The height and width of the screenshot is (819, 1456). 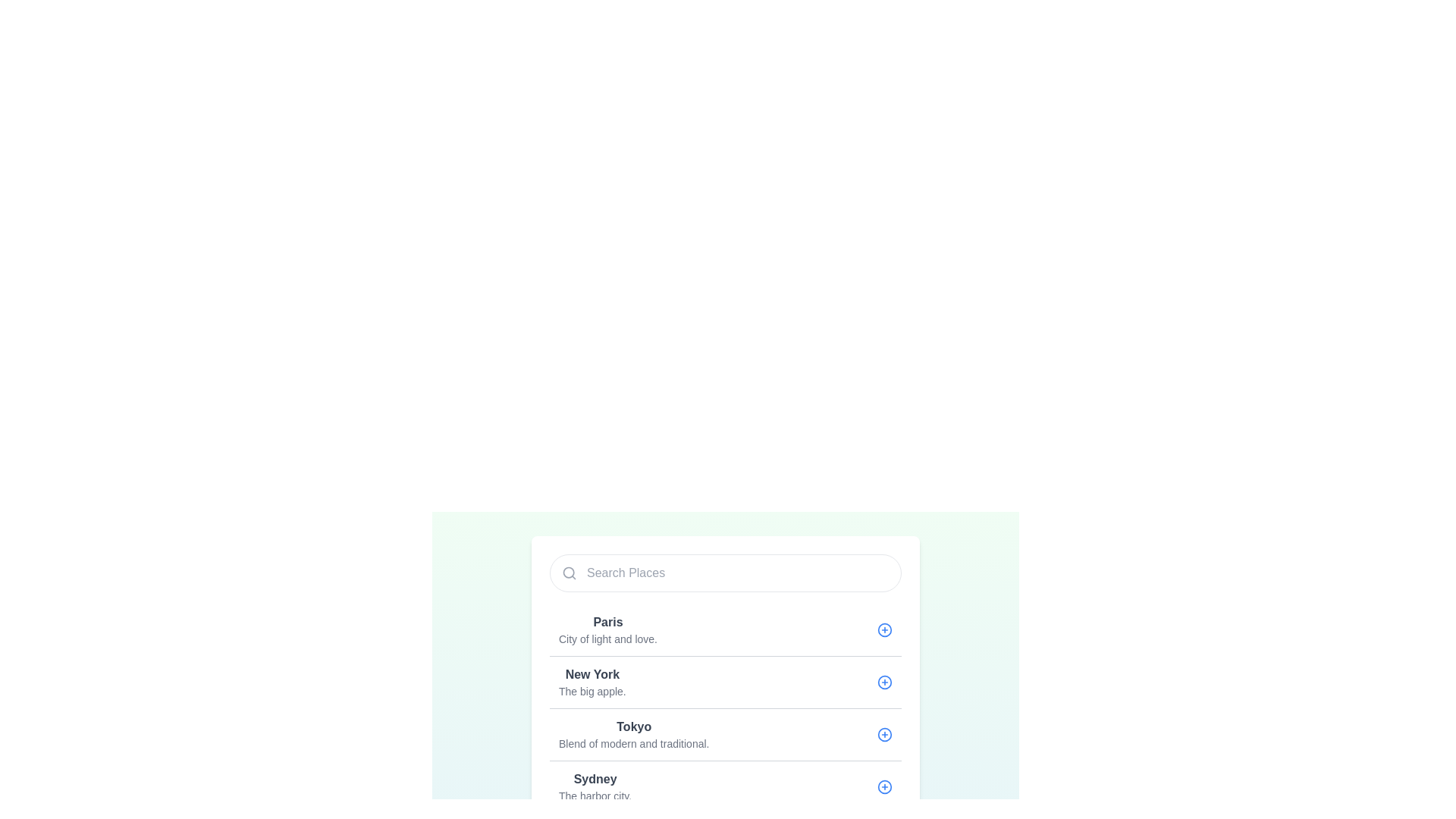 I want to click on the static text label reading 'City of light and love.' which is positioned below the bold 'Paris' label in a card interface, so click(x=607, y=639).